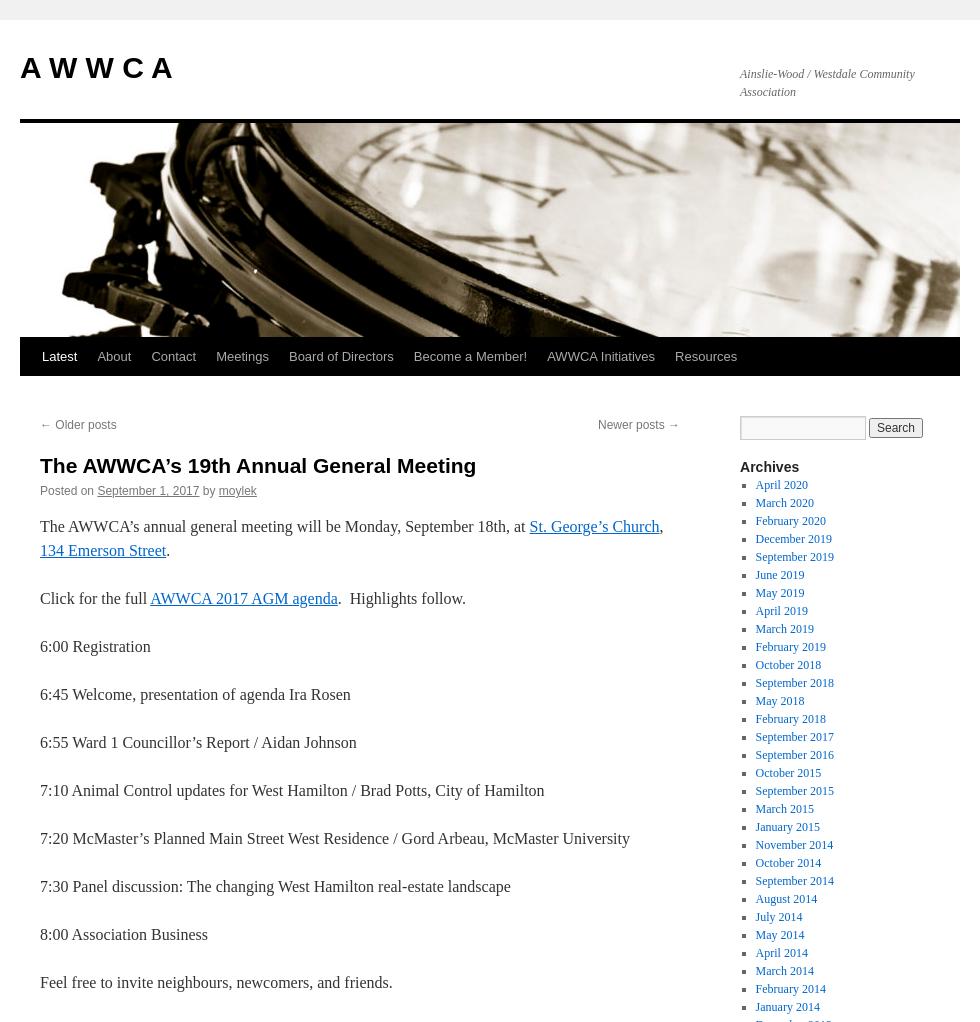  I want to click on 'February 2014', so click(789, 988).